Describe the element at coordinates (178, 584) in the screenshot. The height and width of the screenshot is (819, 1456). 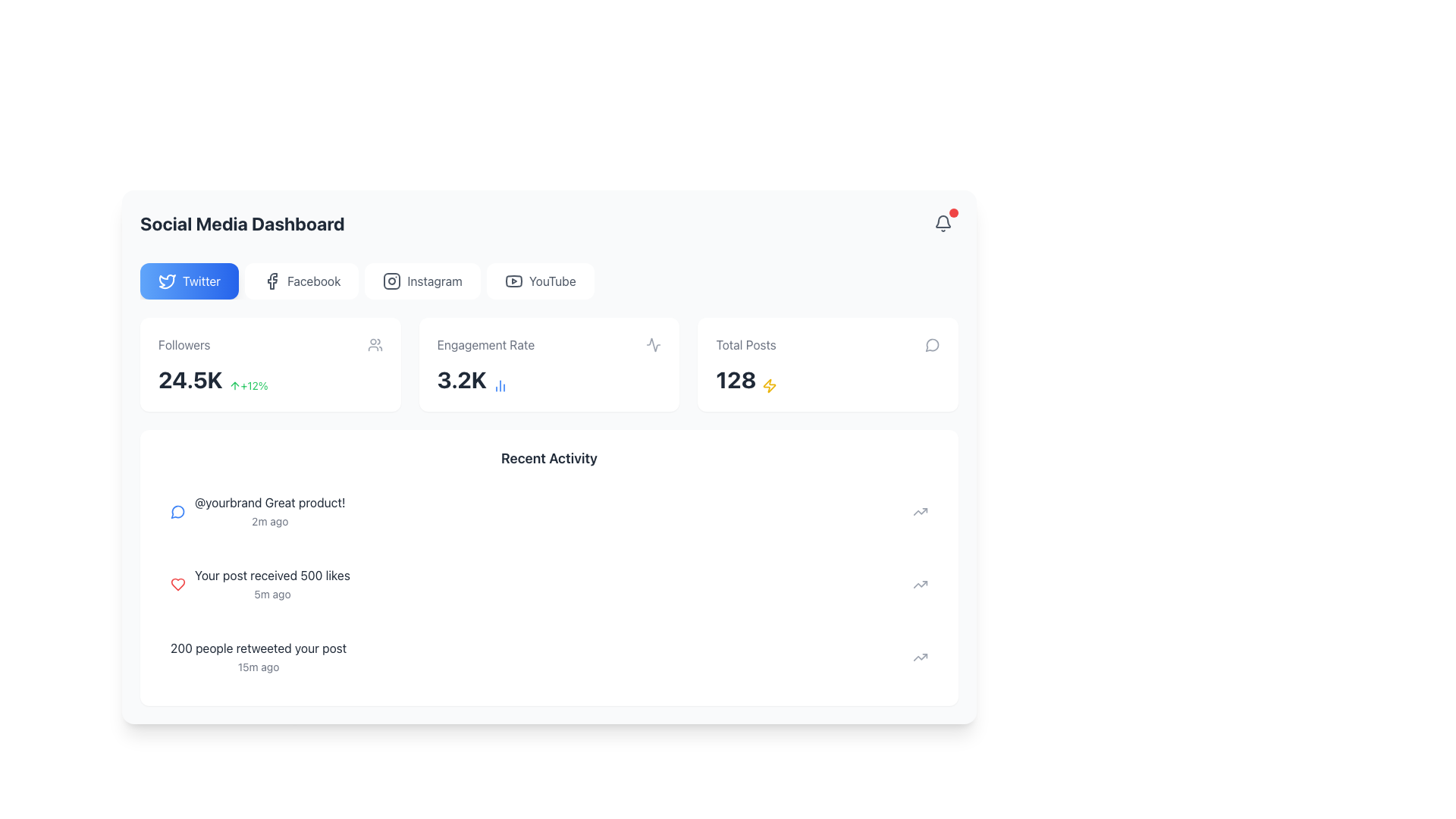
I see `the heart-shaped icon outlined in red, located in the second row of the 'Recent Activity' panel next to the text 'Your post received 500 likes'` at that location.